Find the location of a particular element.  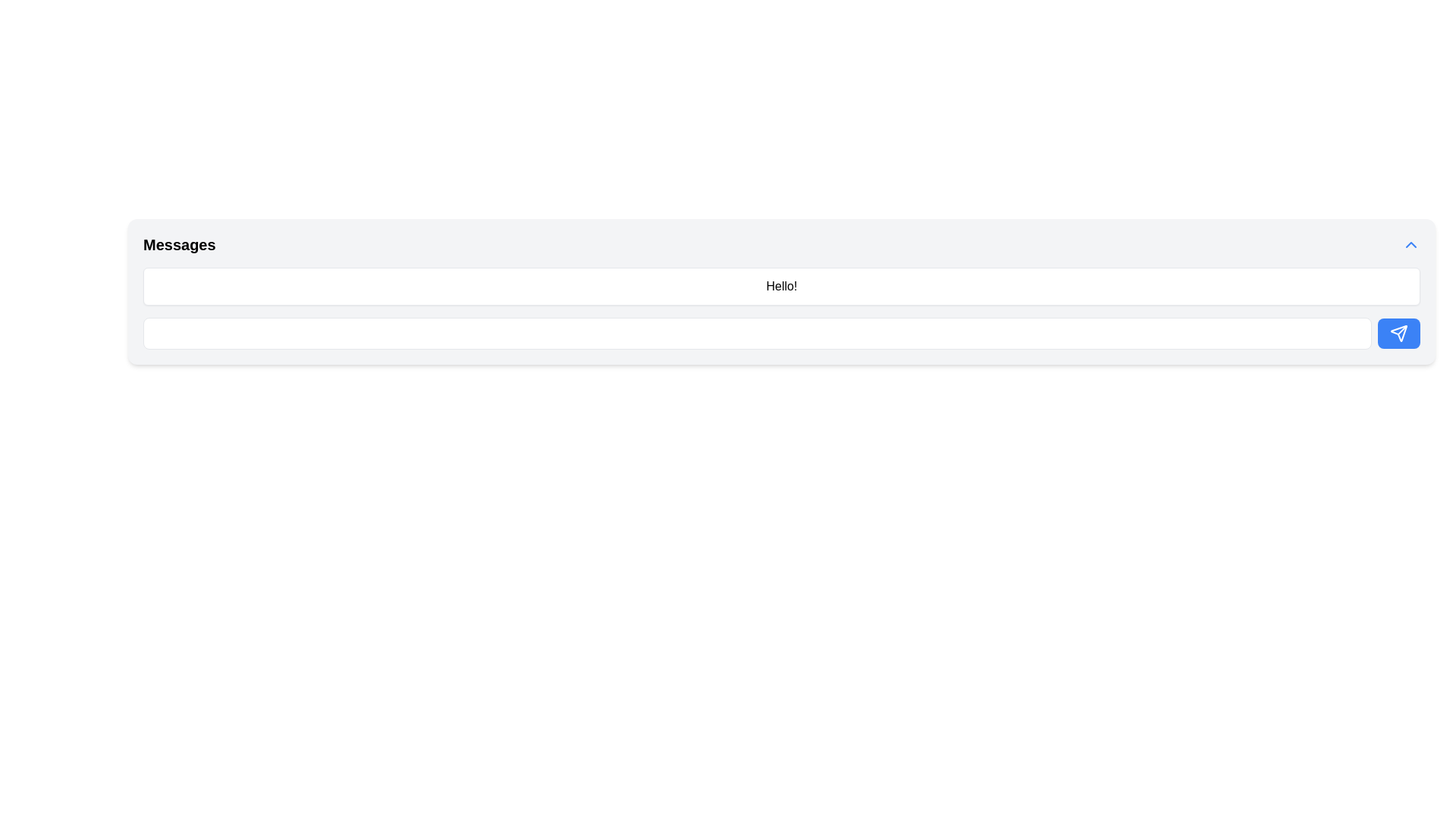

the static text block that displays messages within the messaging interface, located beneath the 'Messages' header is located at coordinates (782, 287).